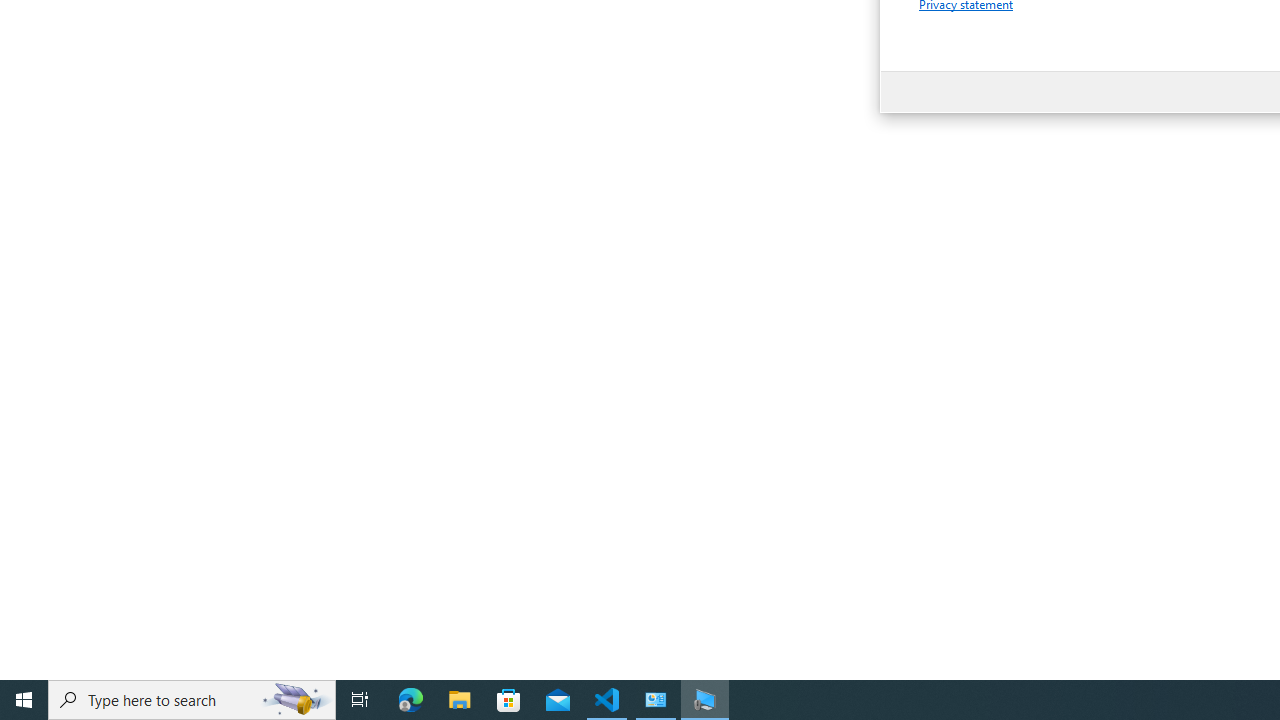 The height and width of the screenshot is (720, 1280). What do you see at coordinates (459, 698) in the screenshot?
I see `'File Explorer'` at bounding box center [459, 698].